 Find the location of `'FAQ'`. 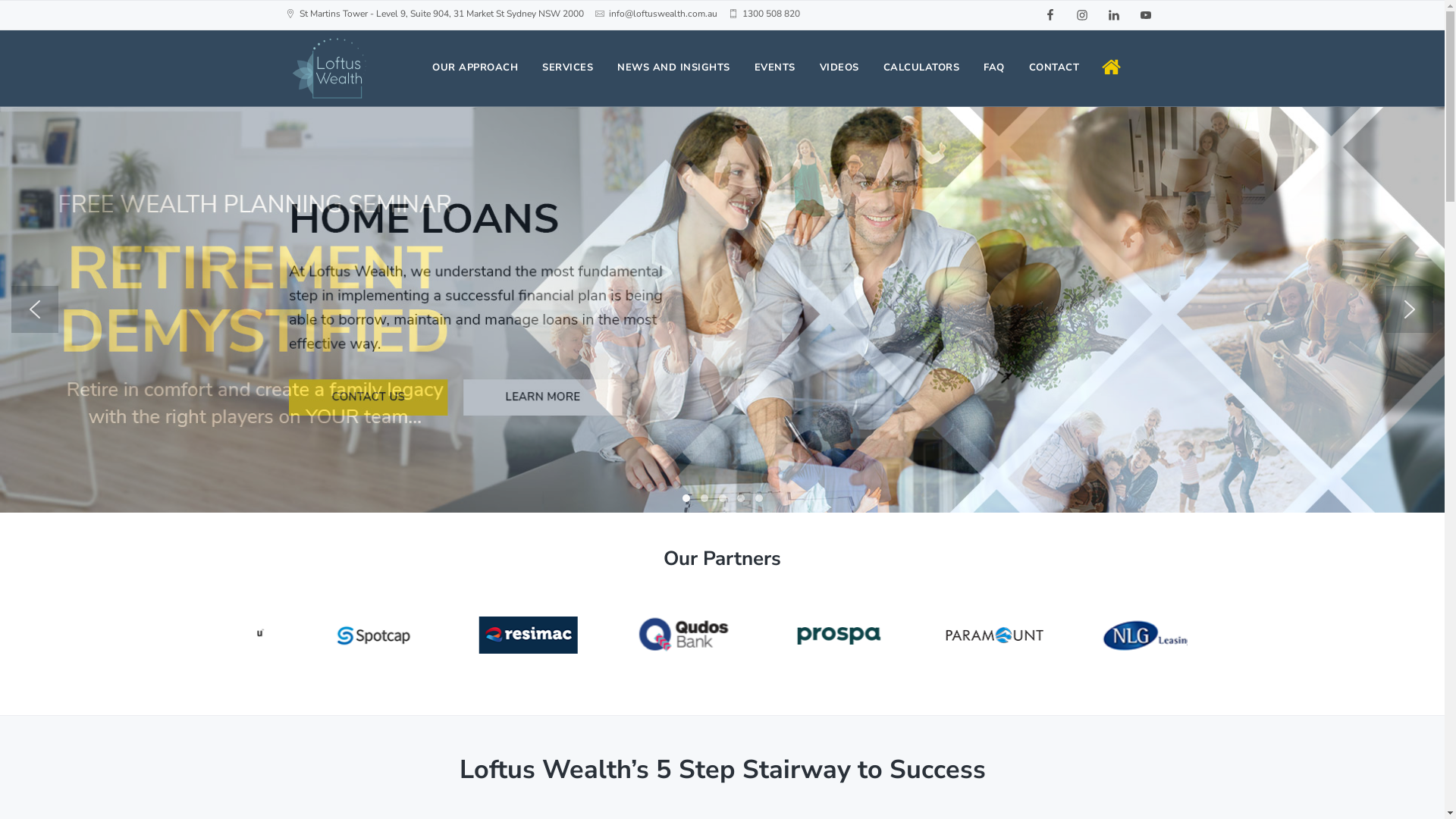

'FAQ' is located at coordinates (993, 67).